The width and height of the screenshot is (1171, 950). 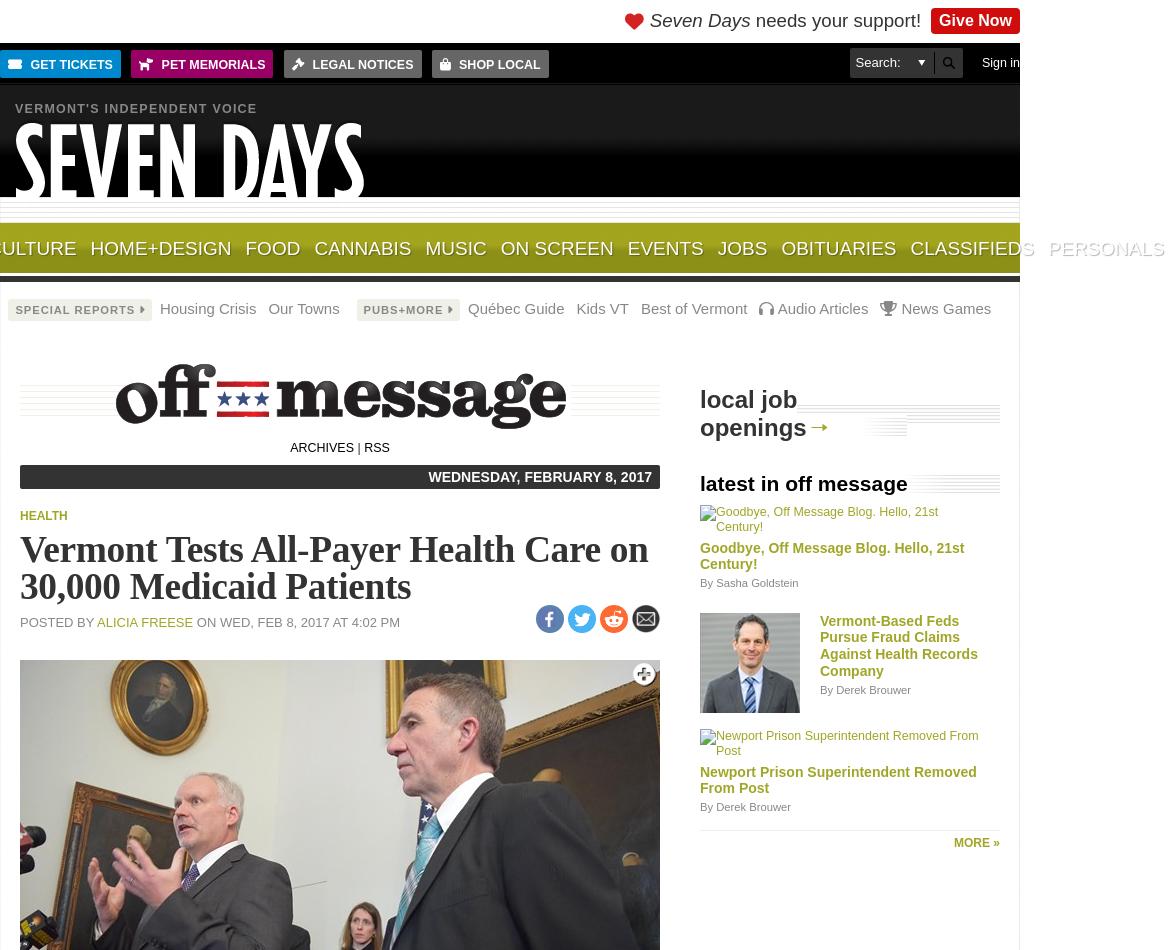 What do you see at coordinates (601, 307) in the screenshot?
I see `'Kids VT'` at bounding box center [601, 307].